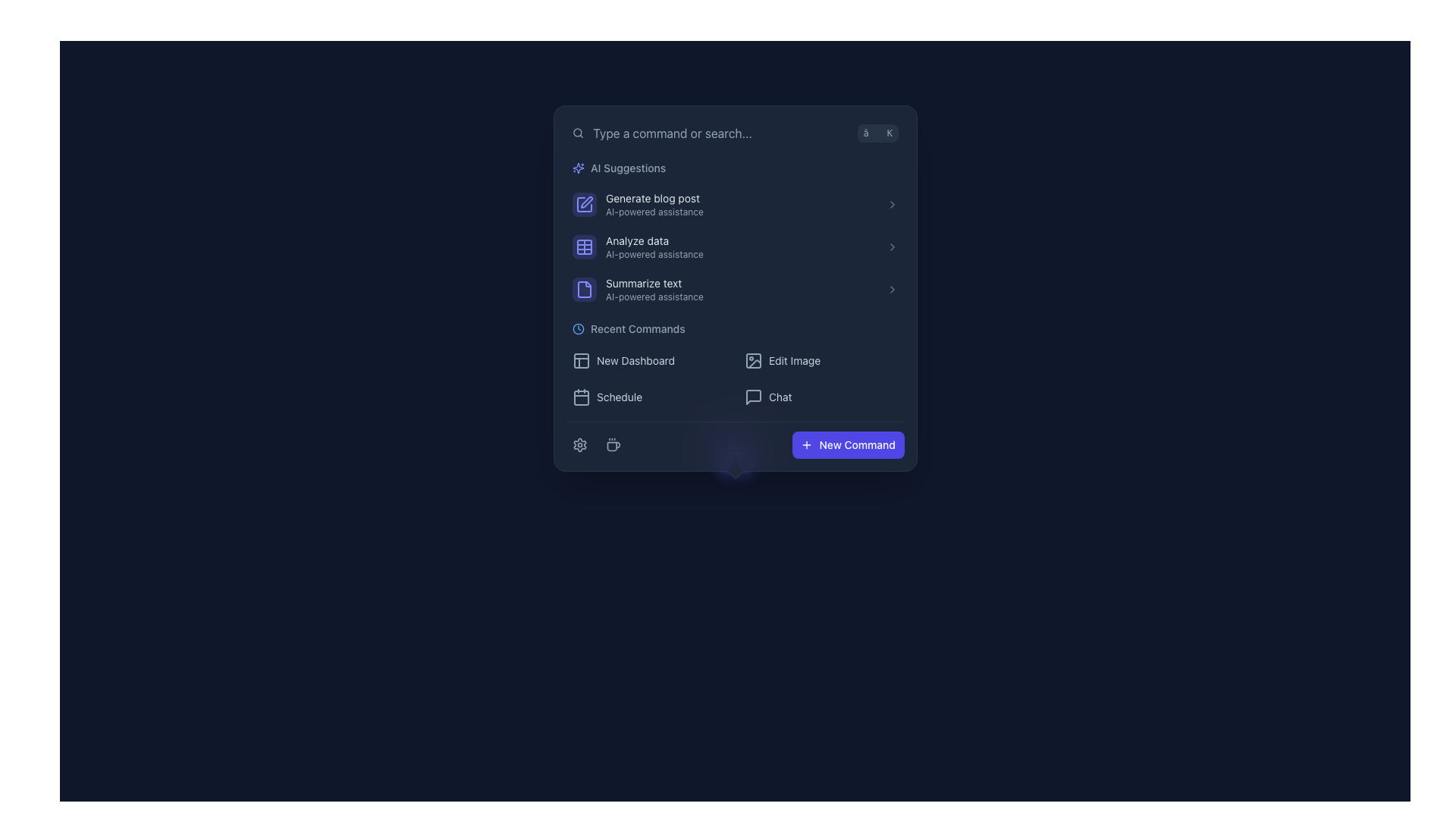 This screenshot has width=1456, height=819. I want to click on the Icon button located in the bottom-left region of the dialog box, so click(579, 444).